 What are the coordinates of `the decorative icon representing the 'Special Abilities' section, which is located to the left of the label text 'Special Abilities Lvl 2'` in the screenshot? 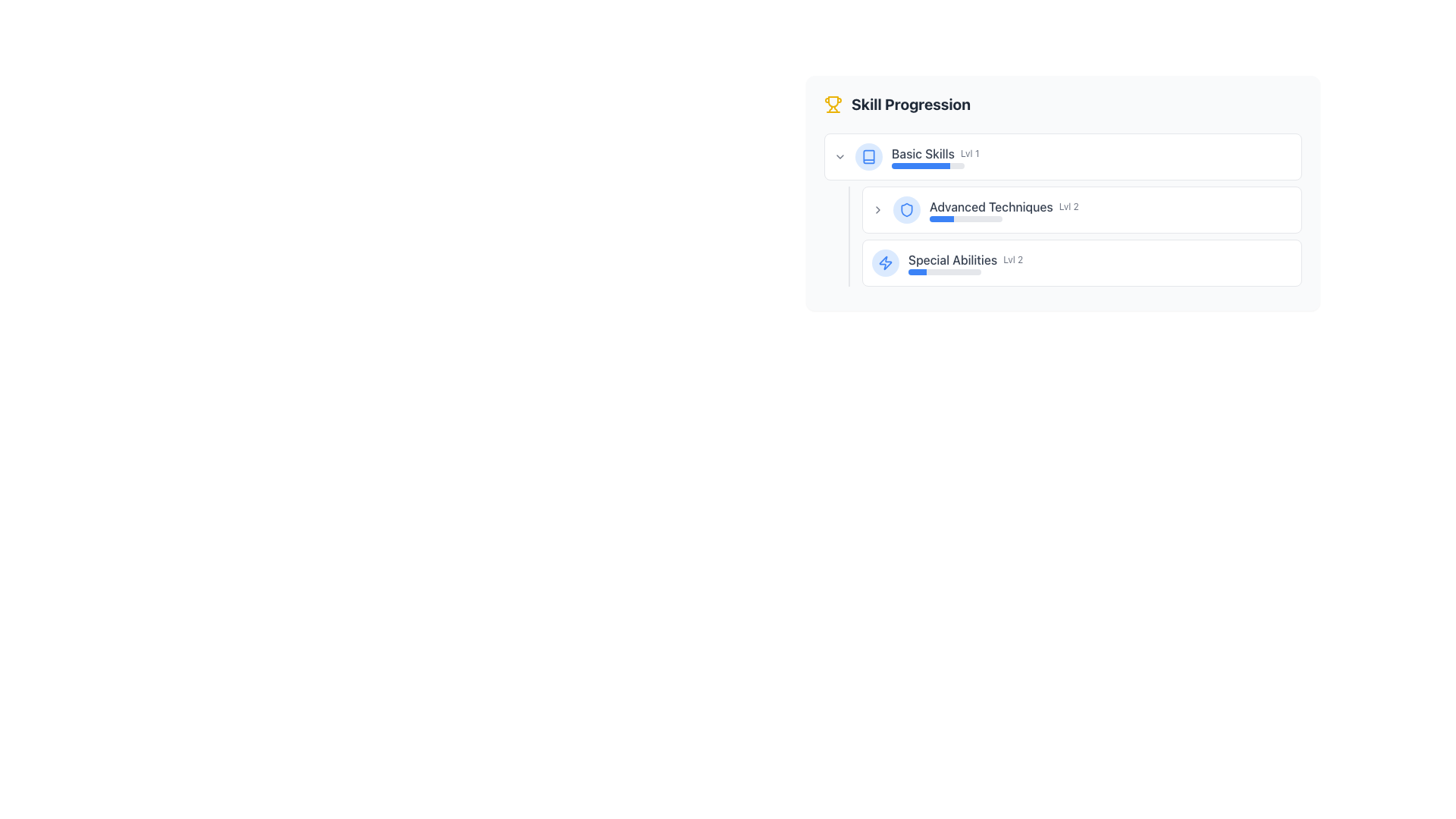 It's located at (885, 262).